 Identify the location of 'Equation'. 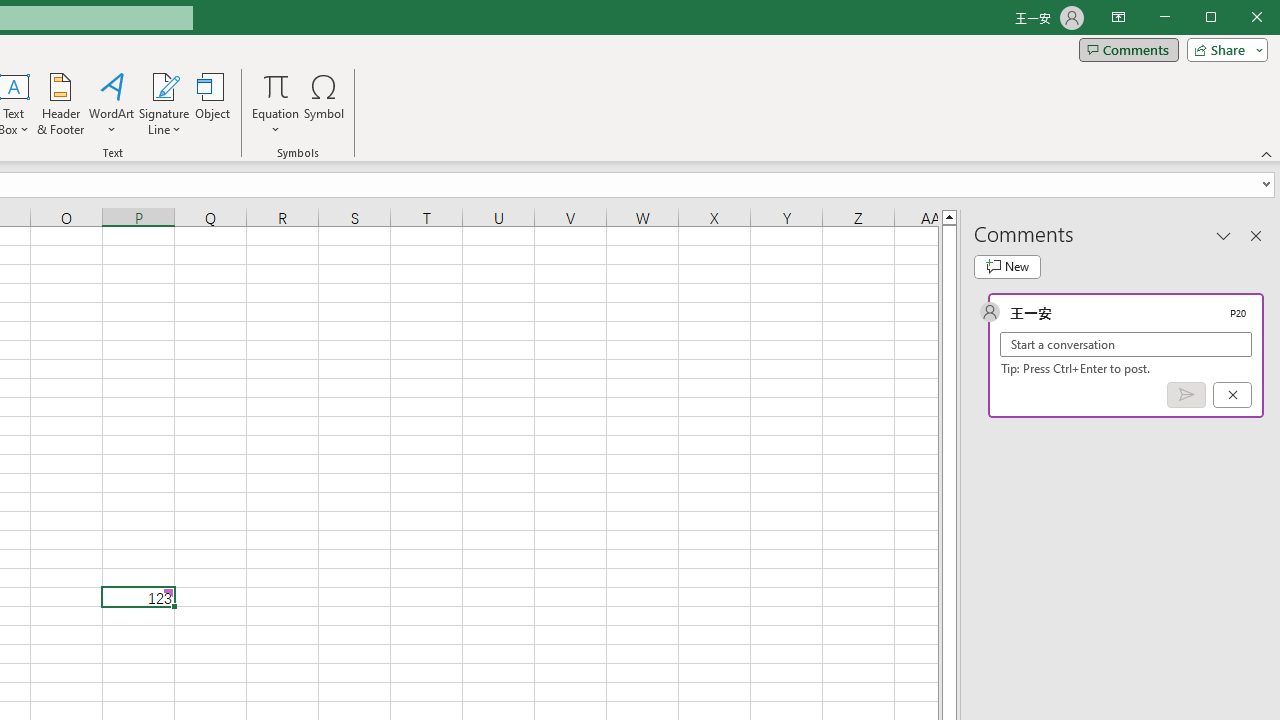
(274, 85).